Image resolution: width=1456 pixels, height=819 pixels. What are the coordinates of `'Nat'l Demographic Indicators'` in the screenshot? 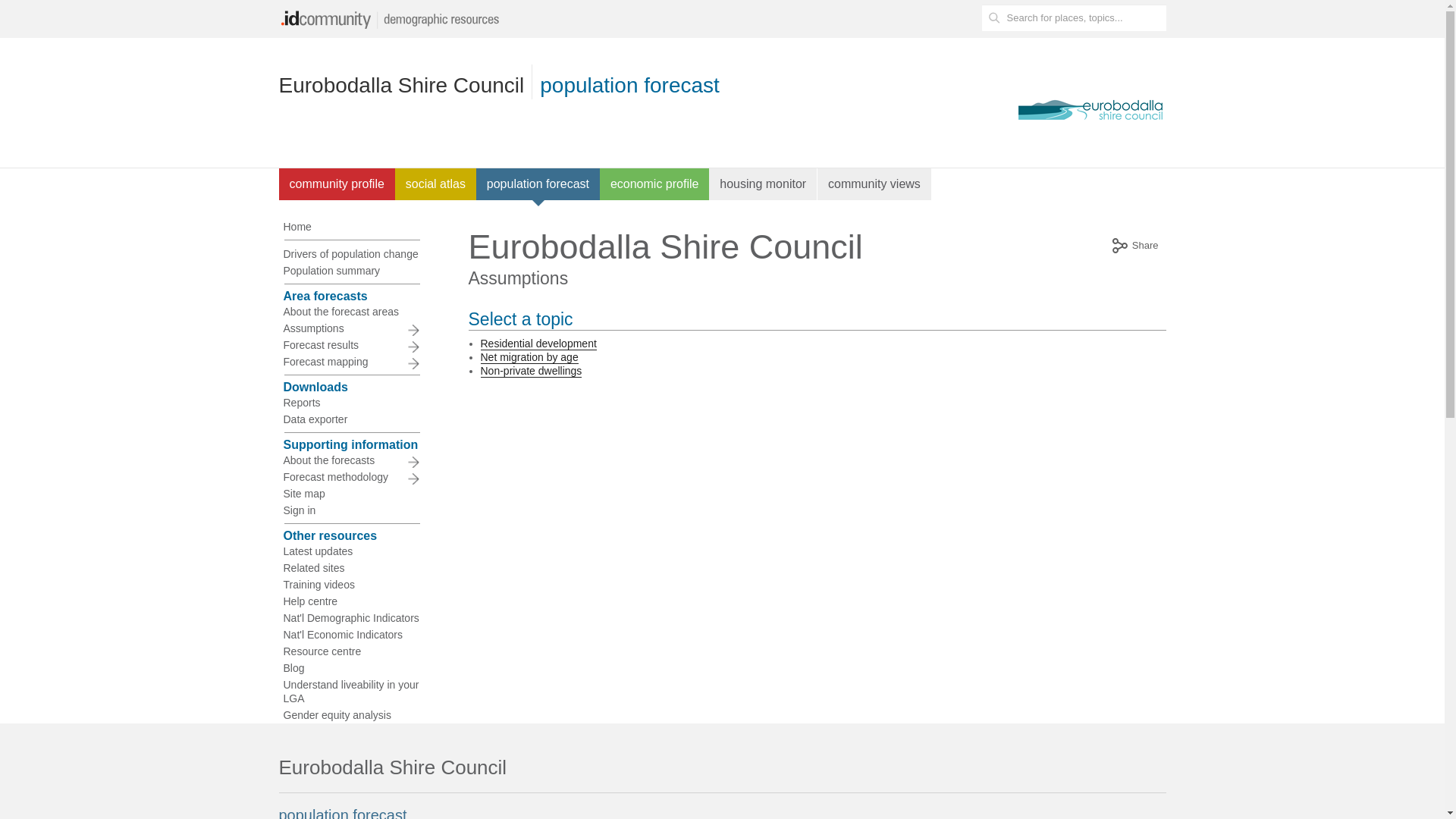 It's located at (279, 617).